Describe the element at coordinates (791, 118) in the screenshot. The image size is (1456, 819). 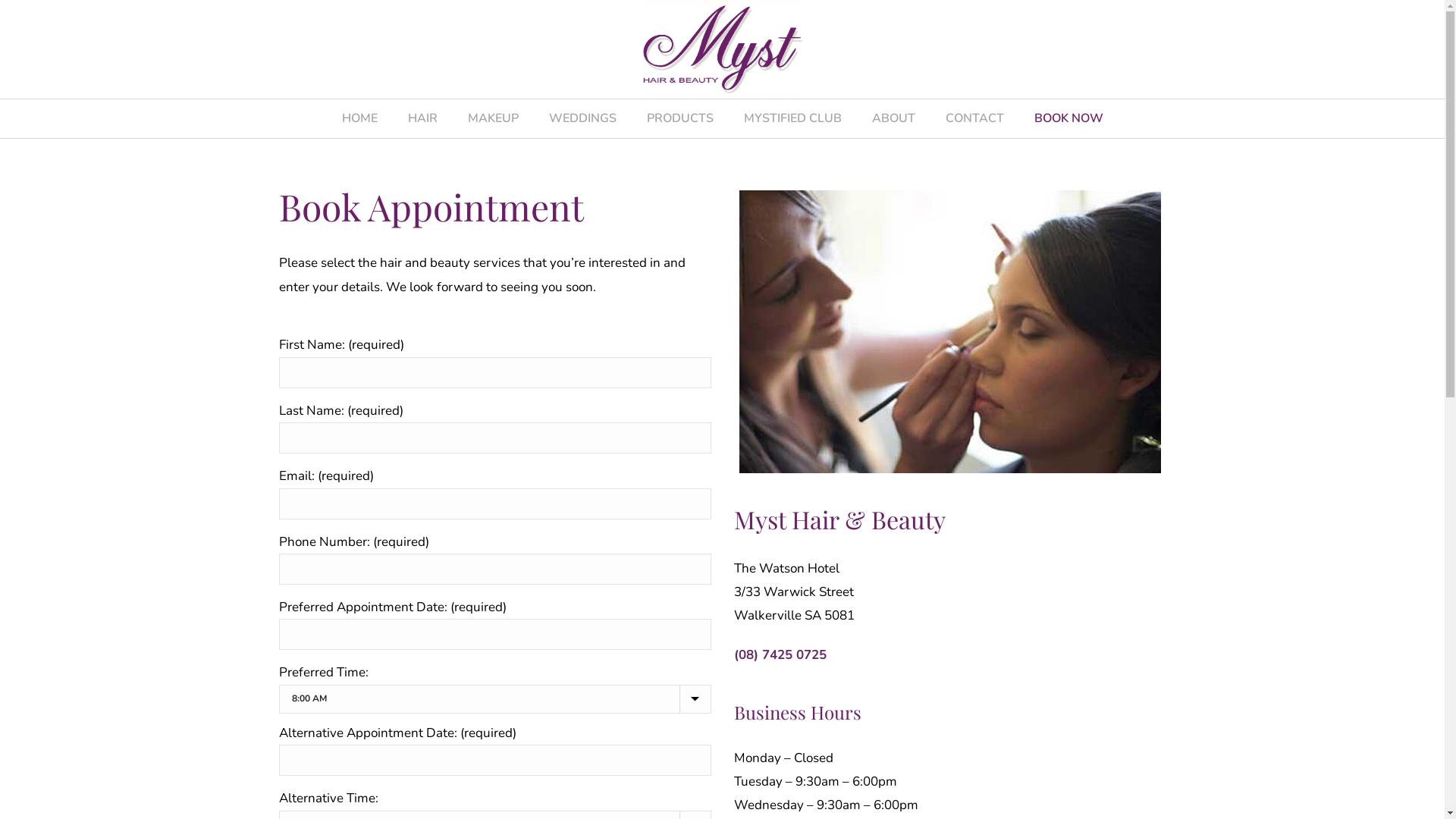
I see `'MYSTIFIED CLUB'` at that location.